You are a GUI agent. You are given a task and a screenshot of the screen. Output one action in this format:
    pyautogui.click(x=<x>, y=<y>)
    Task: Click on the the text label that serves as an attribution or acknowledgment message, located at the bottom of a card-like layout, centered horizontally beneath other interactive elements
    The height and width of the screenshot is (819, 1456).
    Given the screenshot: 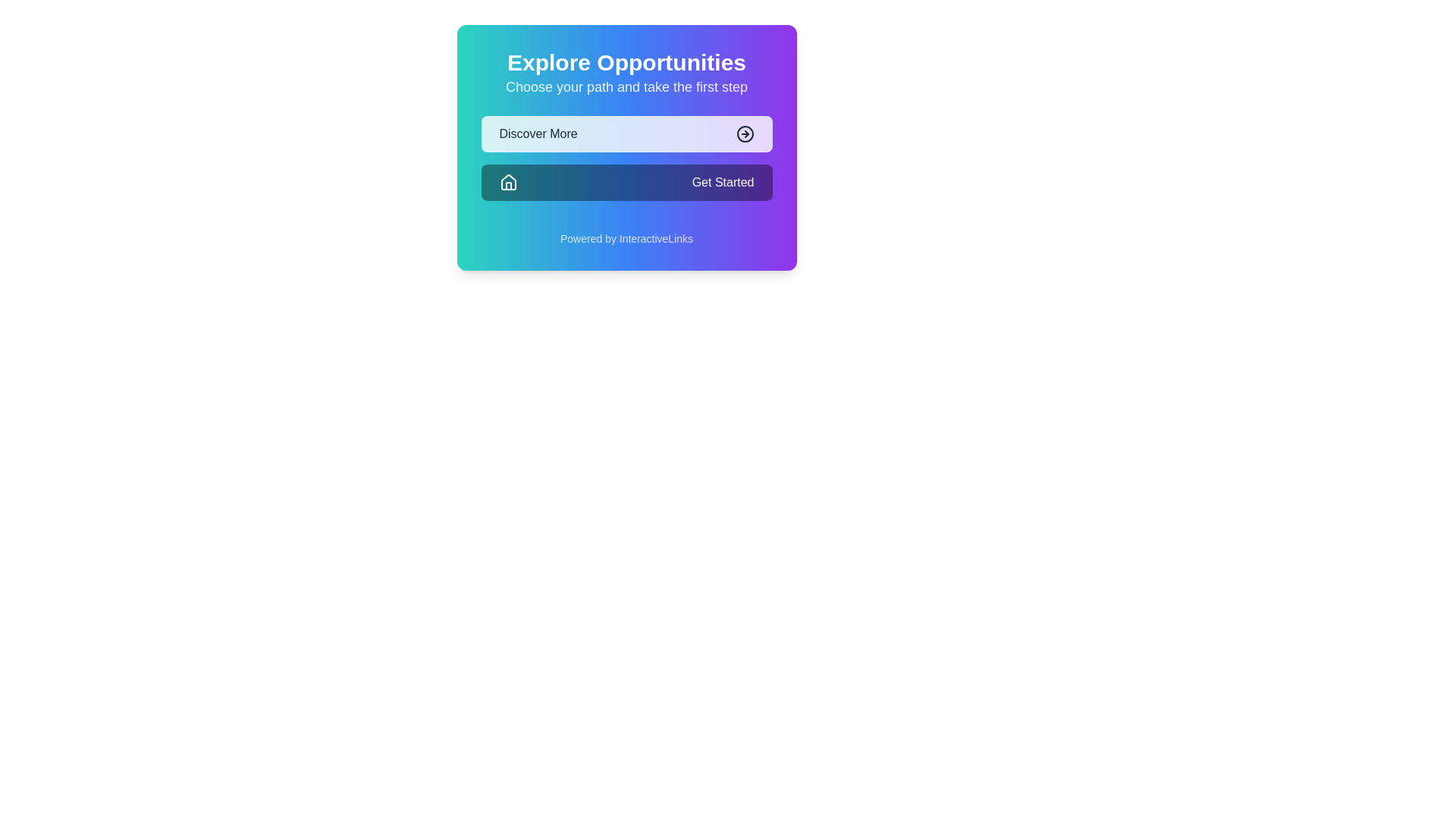 What is the action you would take?
    pyautogui.click(x=626, y=239)
    